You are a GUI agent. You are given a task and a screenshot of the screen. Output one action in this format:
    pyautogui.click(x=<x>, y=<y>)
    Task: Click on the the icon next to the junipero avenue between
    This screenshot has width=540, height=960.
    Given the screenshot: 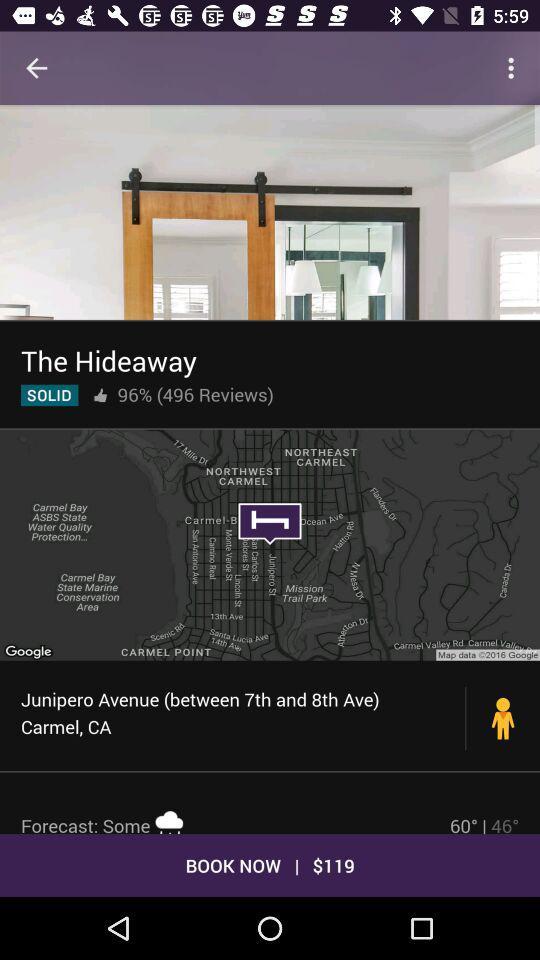 What is the action you would take?
    pyautogui.click(x=502, y=718)
    